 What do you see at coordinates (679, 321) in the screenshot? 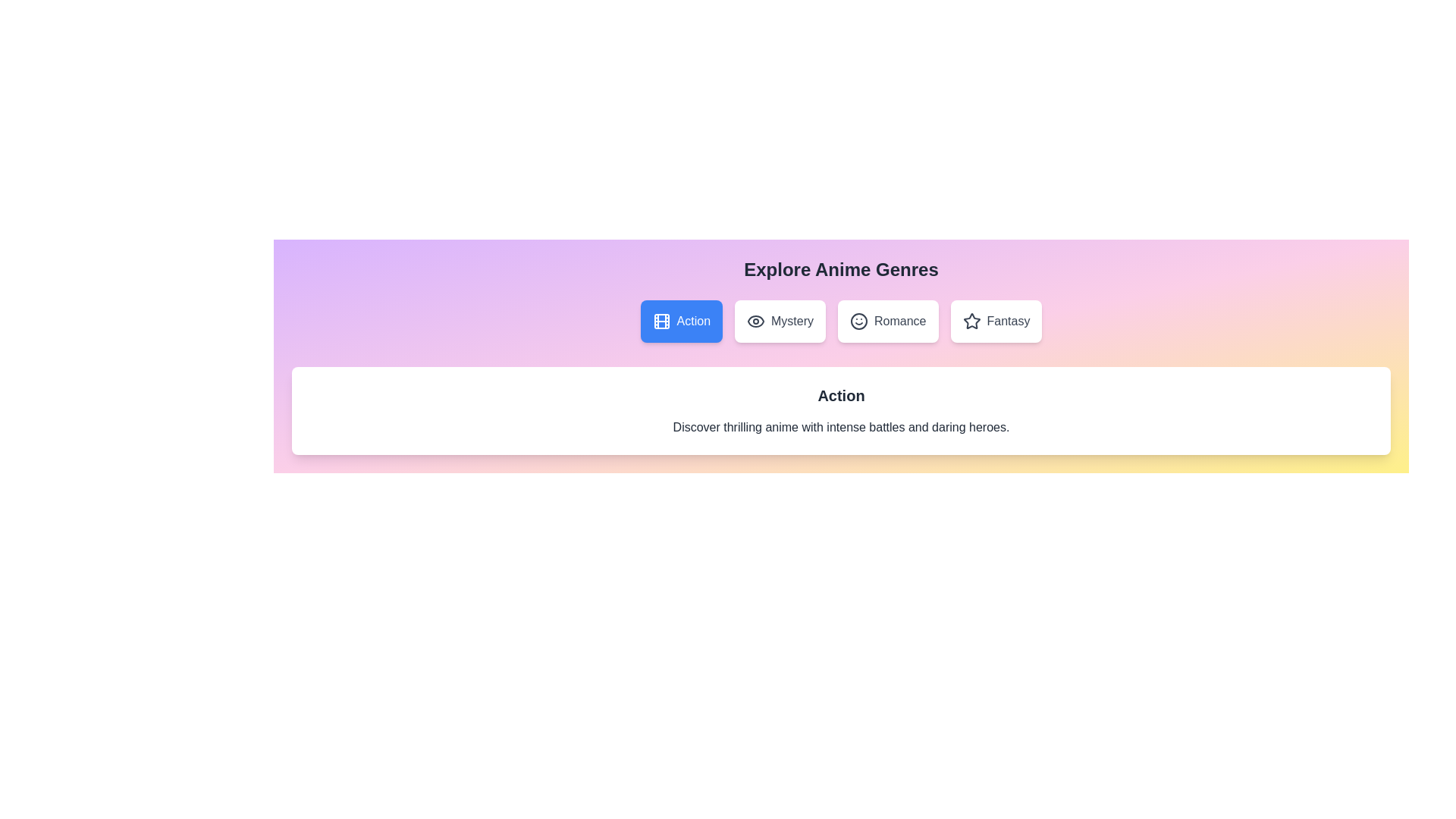
I see `the genre Action by clicking on its corresponding button` at bounding box center [679, 321].